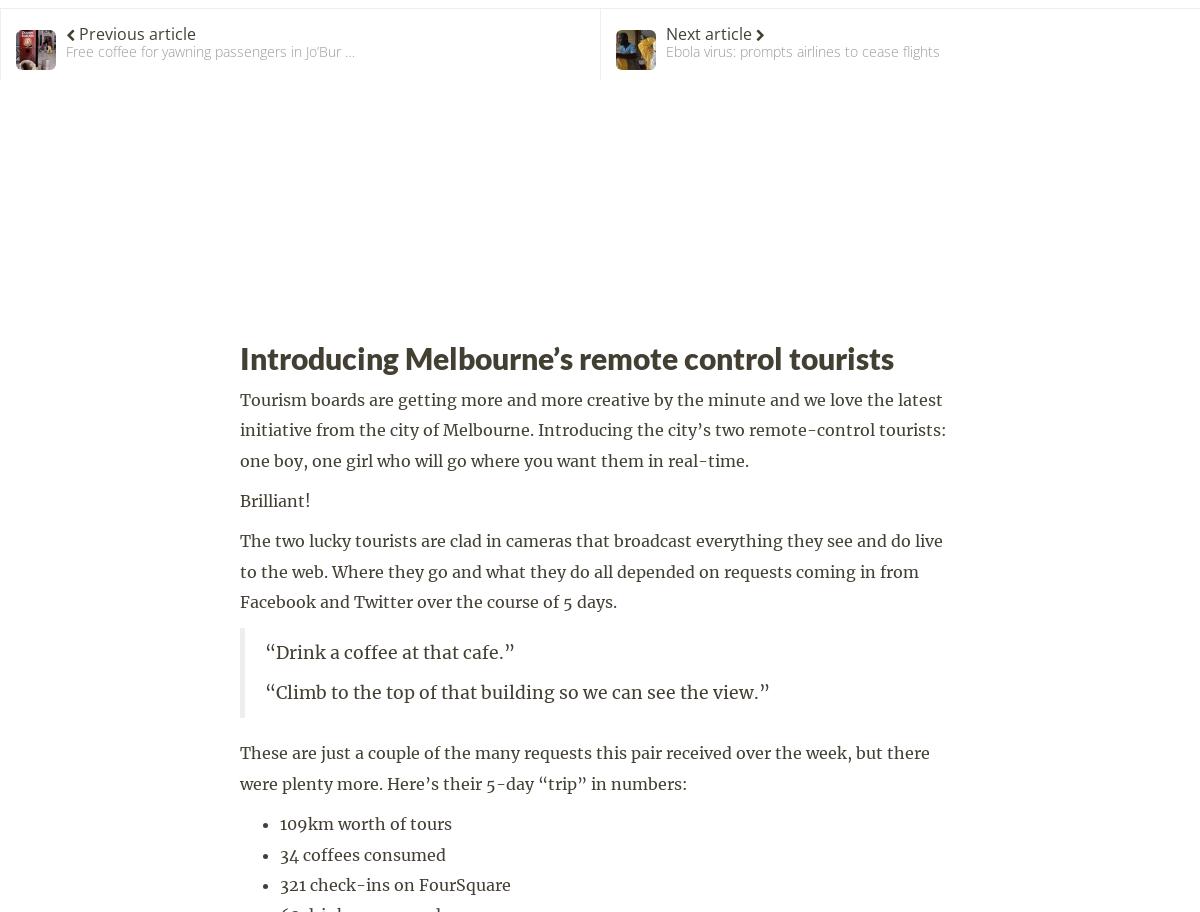  What do you see at coordinates (516, 693) in the screenshot?
I see `'“Climb to the top of that building so we can see the view.”'` at bounding box center [516, 693].